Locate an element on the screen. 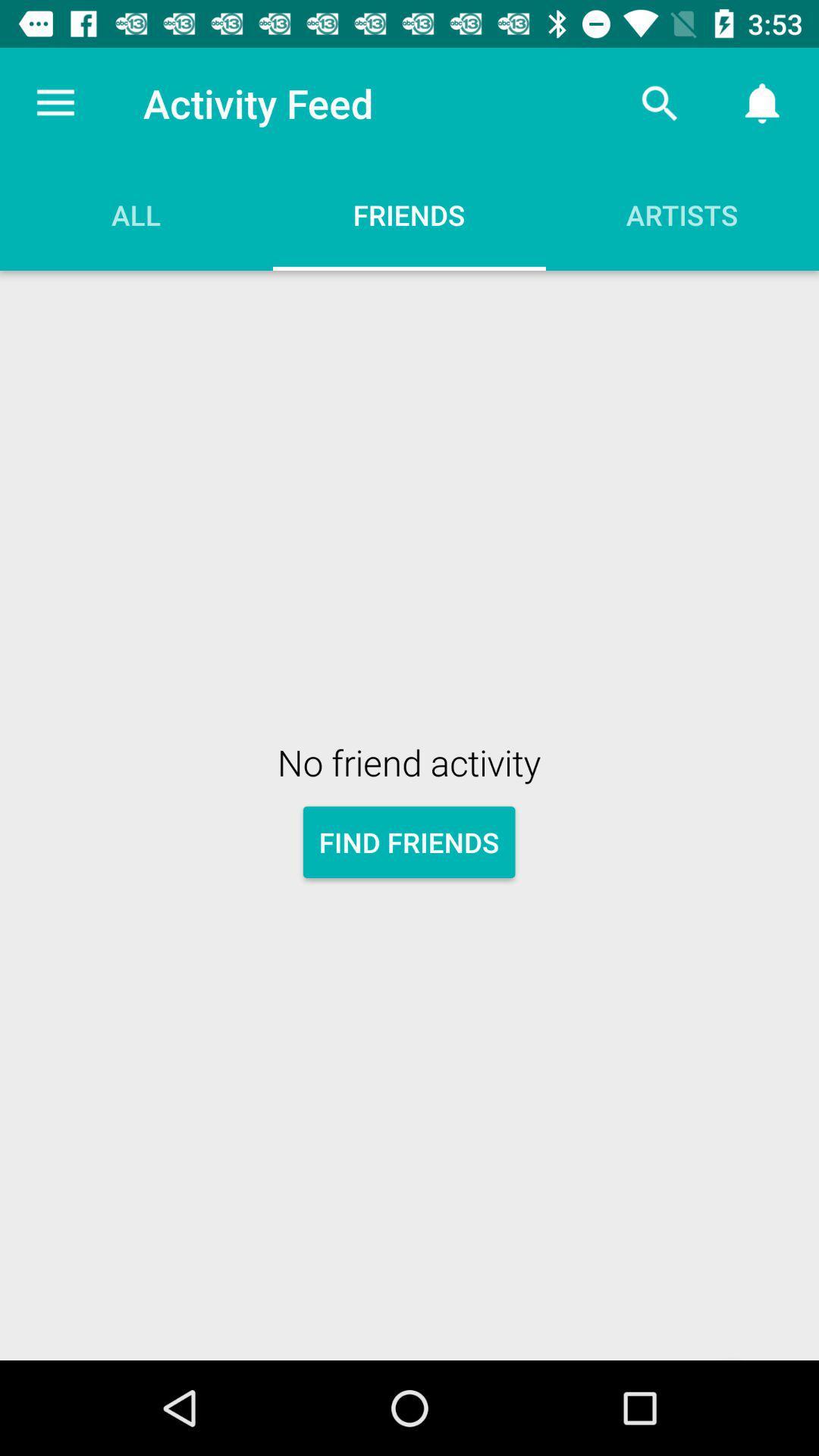 The image size is (819, 1456). icon to the right of activity feed is located at coordinates (659, 102).